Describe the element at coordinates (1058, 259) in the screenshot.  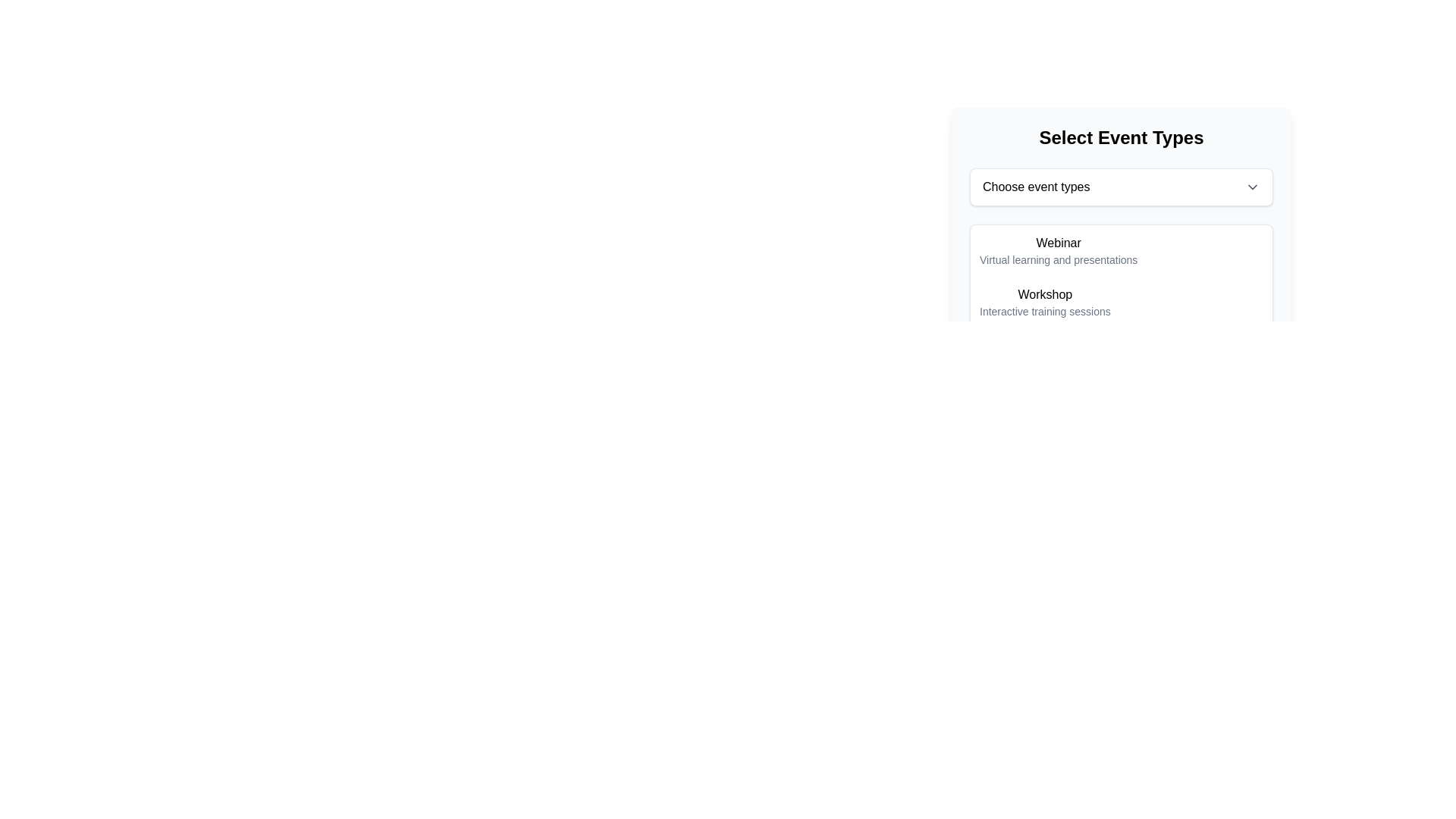
I see `the text label displaying 'Virtual learning and presentations'` at that location.